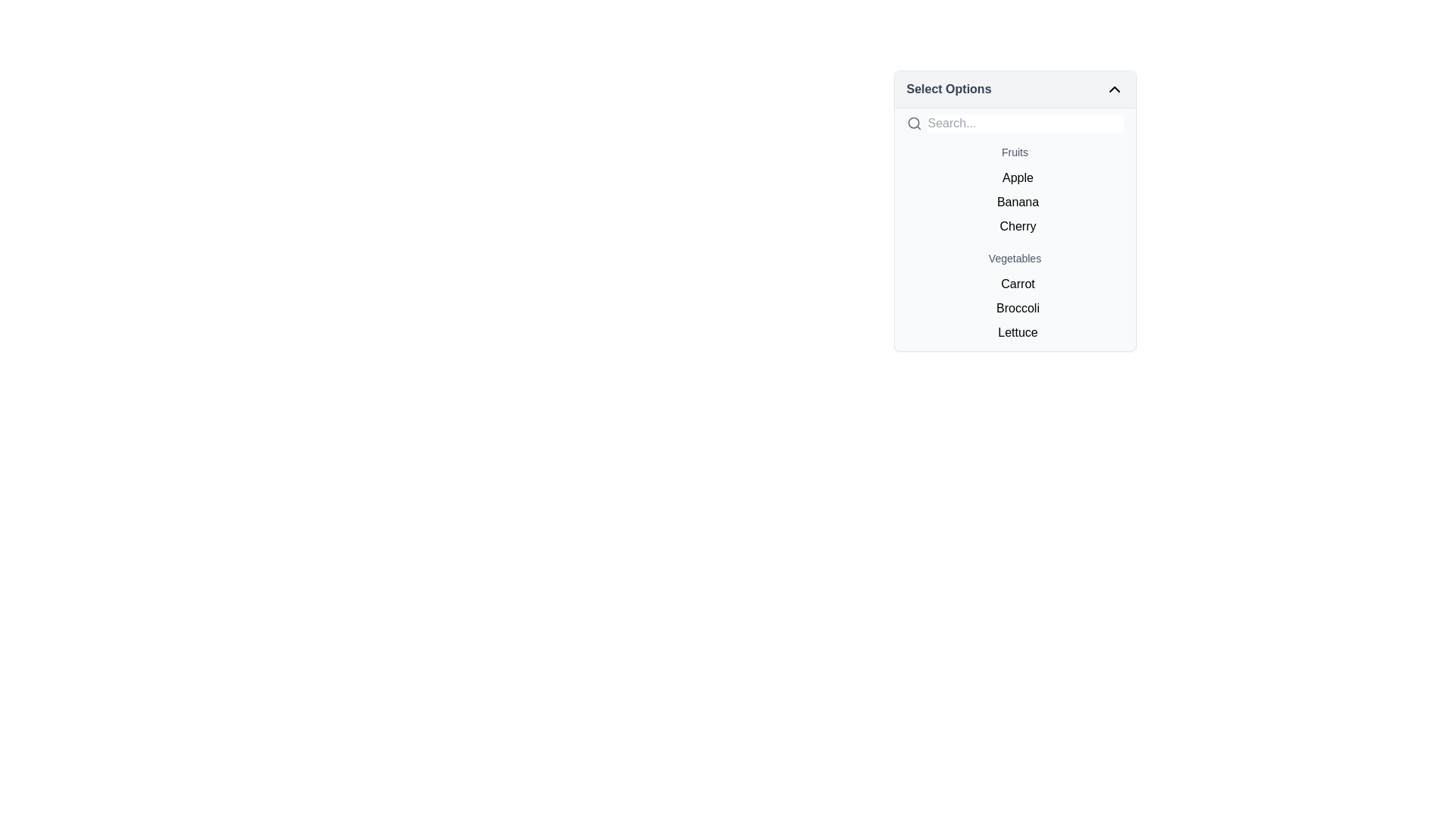  I want to click on the text label indicating the dropdown menu to focus on the dropdown options, so click(948, 89).